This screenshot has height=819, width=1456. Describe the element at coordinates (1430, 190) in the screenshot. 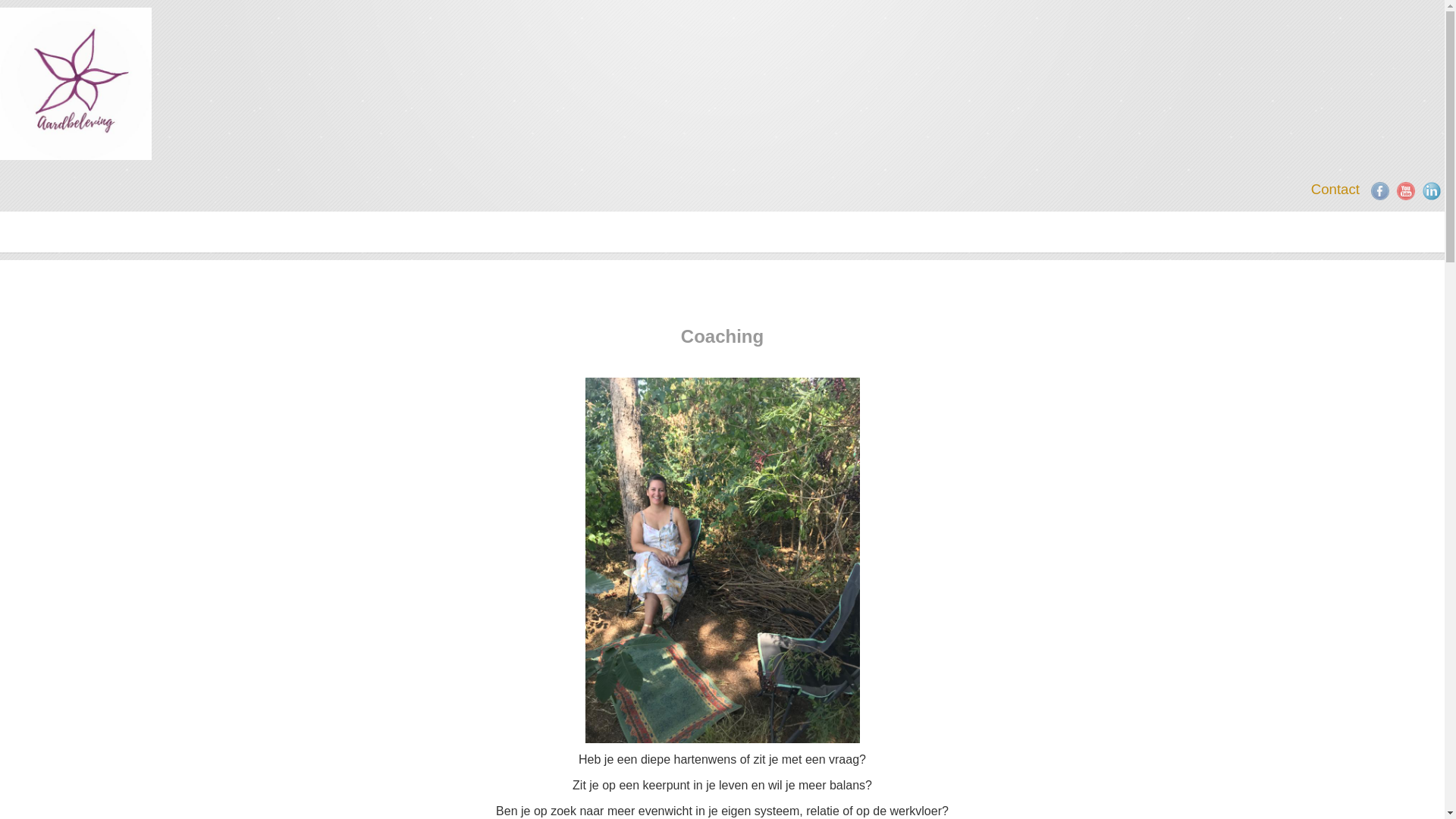

I see `'LinkedIn'` at that location.